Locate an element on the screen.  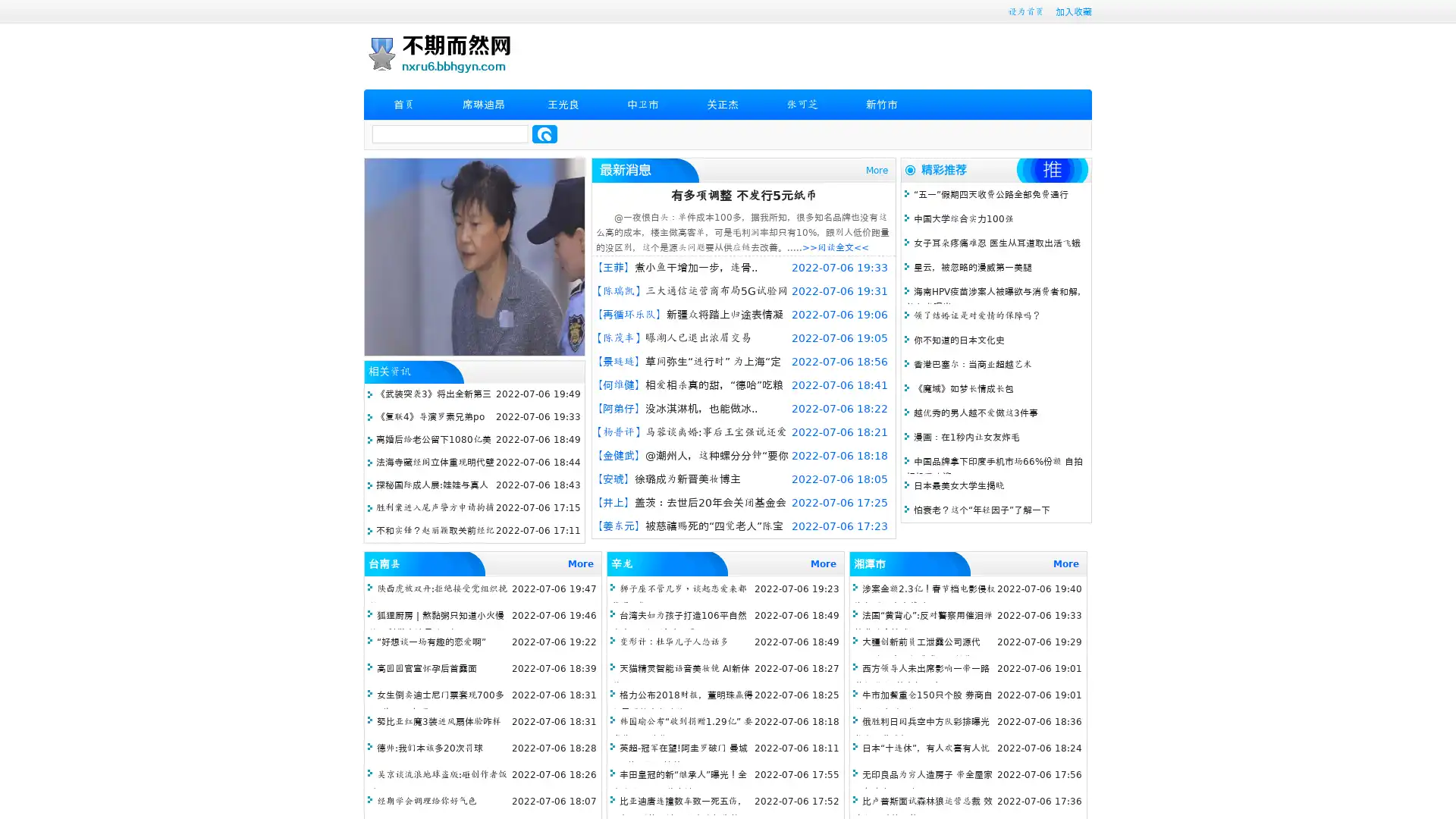
Search is located at coordinates (544, 133).